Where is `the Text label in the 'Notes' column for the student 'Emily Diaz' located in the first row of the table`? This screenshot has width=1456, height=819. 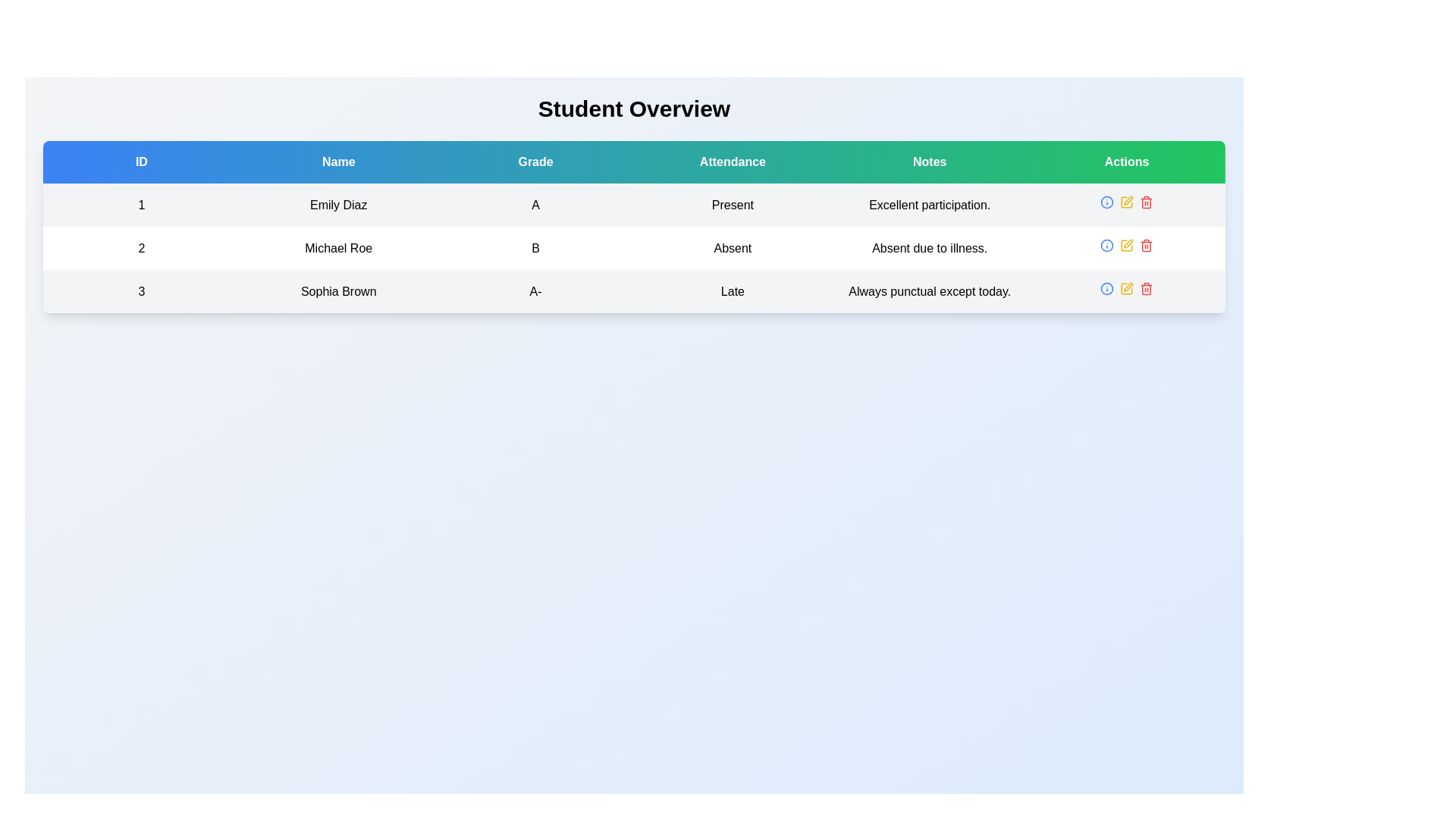
the Text label in the 'Notes' column for the student 'Emily Diaz' located in the first row of the table is located at coordinates (929, 205).